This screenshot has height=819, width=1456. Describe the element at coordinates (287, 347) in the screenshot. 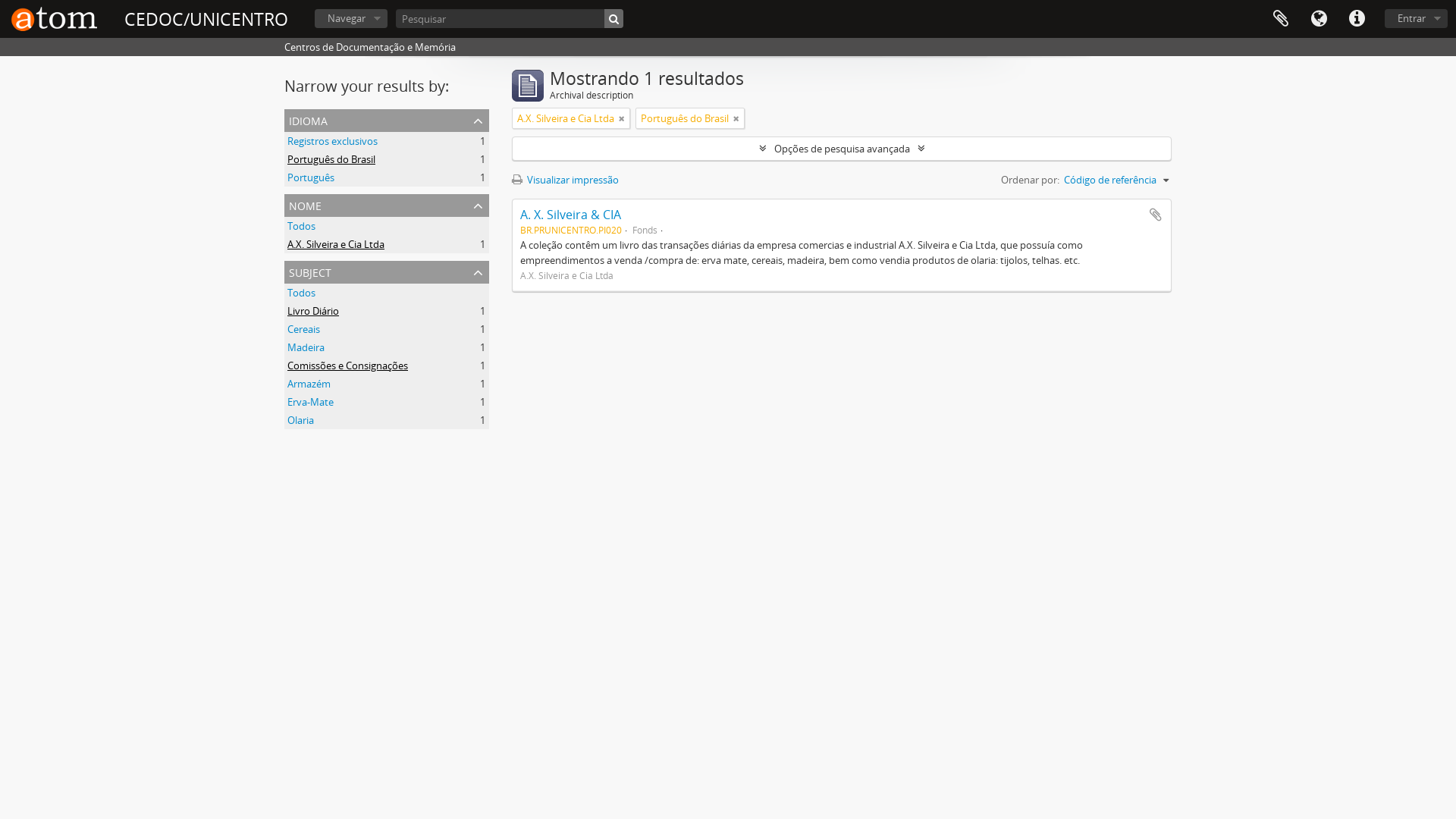

I see `'Madeira'` at that location.